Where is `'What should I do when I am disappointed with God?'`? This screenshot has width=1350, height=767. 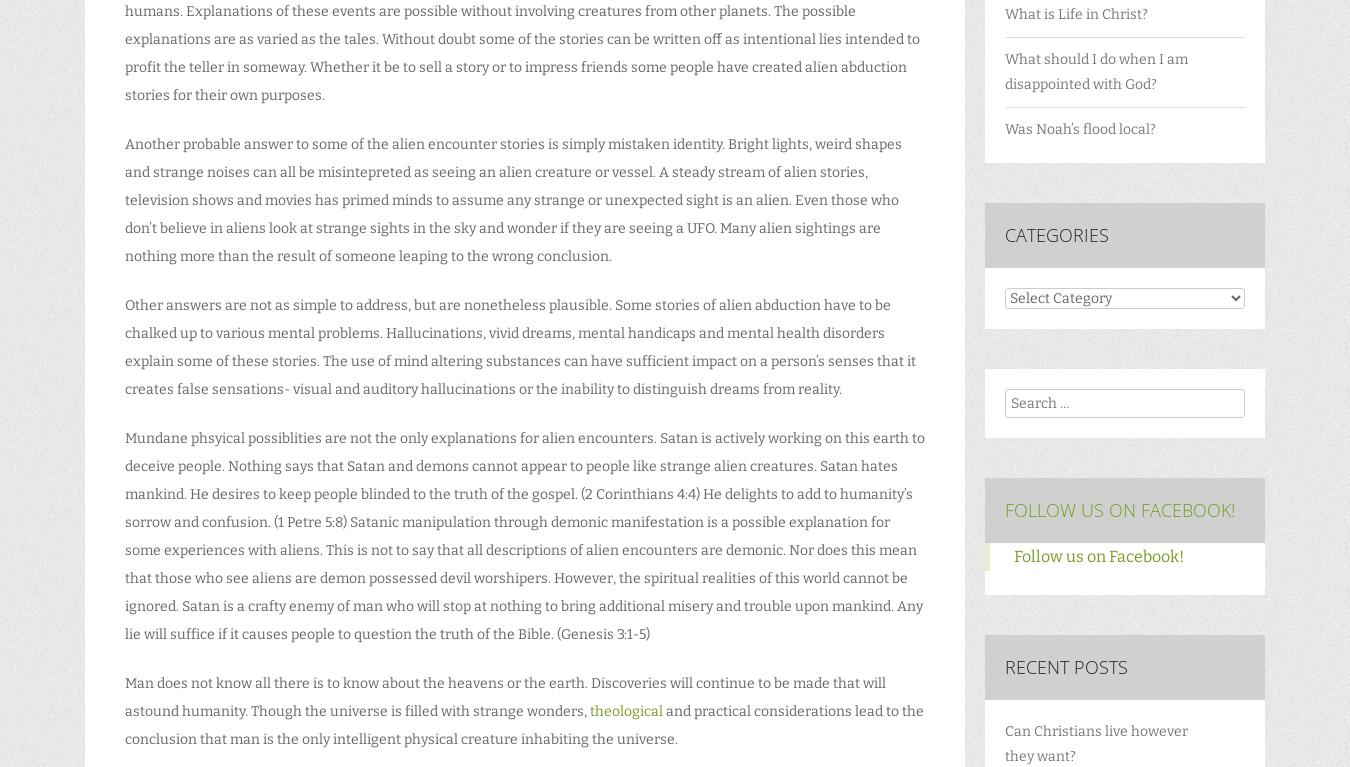
'What should I do when I am disappointed with God?' is located at coordinates (1096, 70).